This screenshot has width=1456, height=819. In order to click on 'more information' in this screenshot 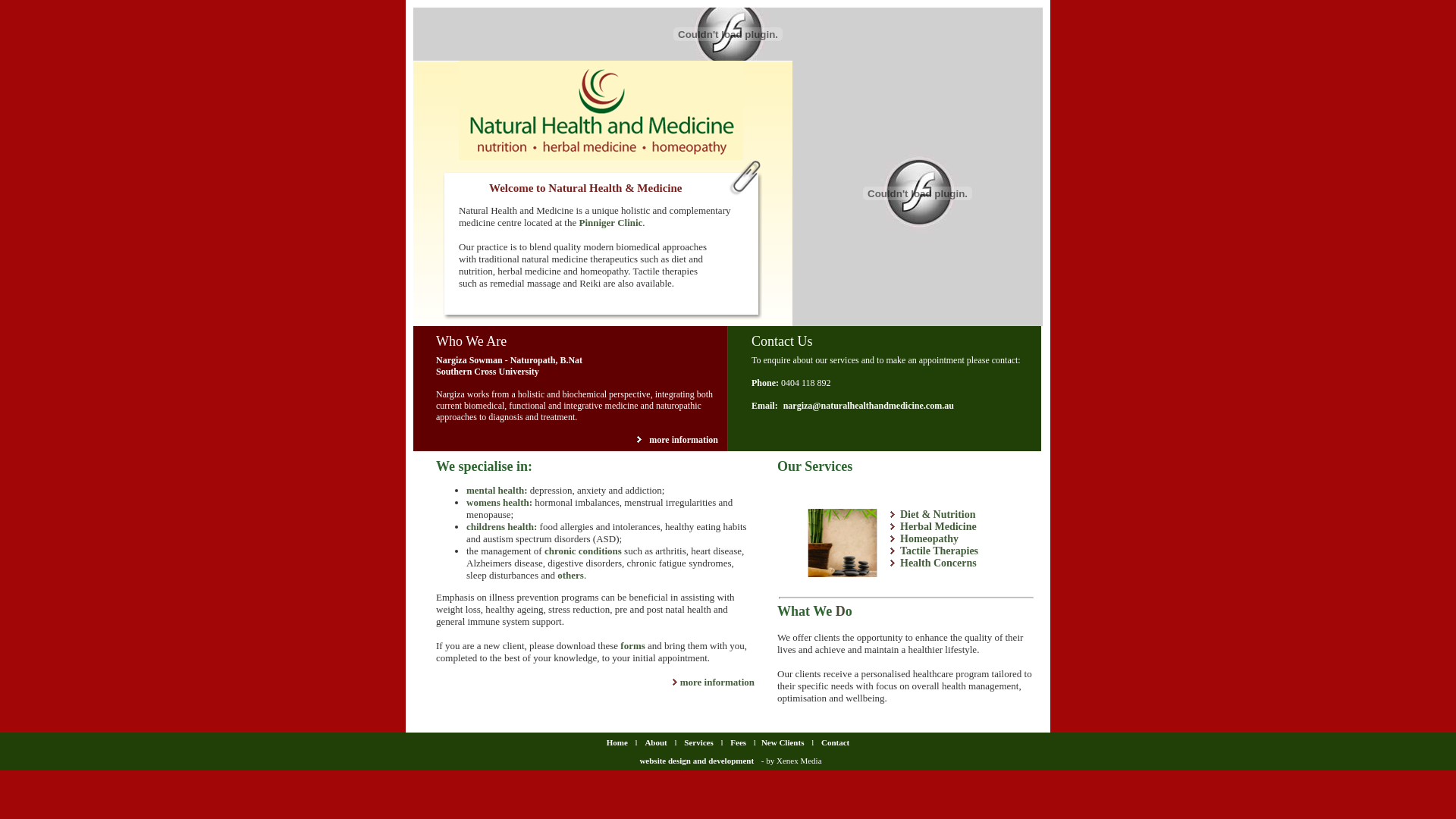, I will do `click(682, 439)`.